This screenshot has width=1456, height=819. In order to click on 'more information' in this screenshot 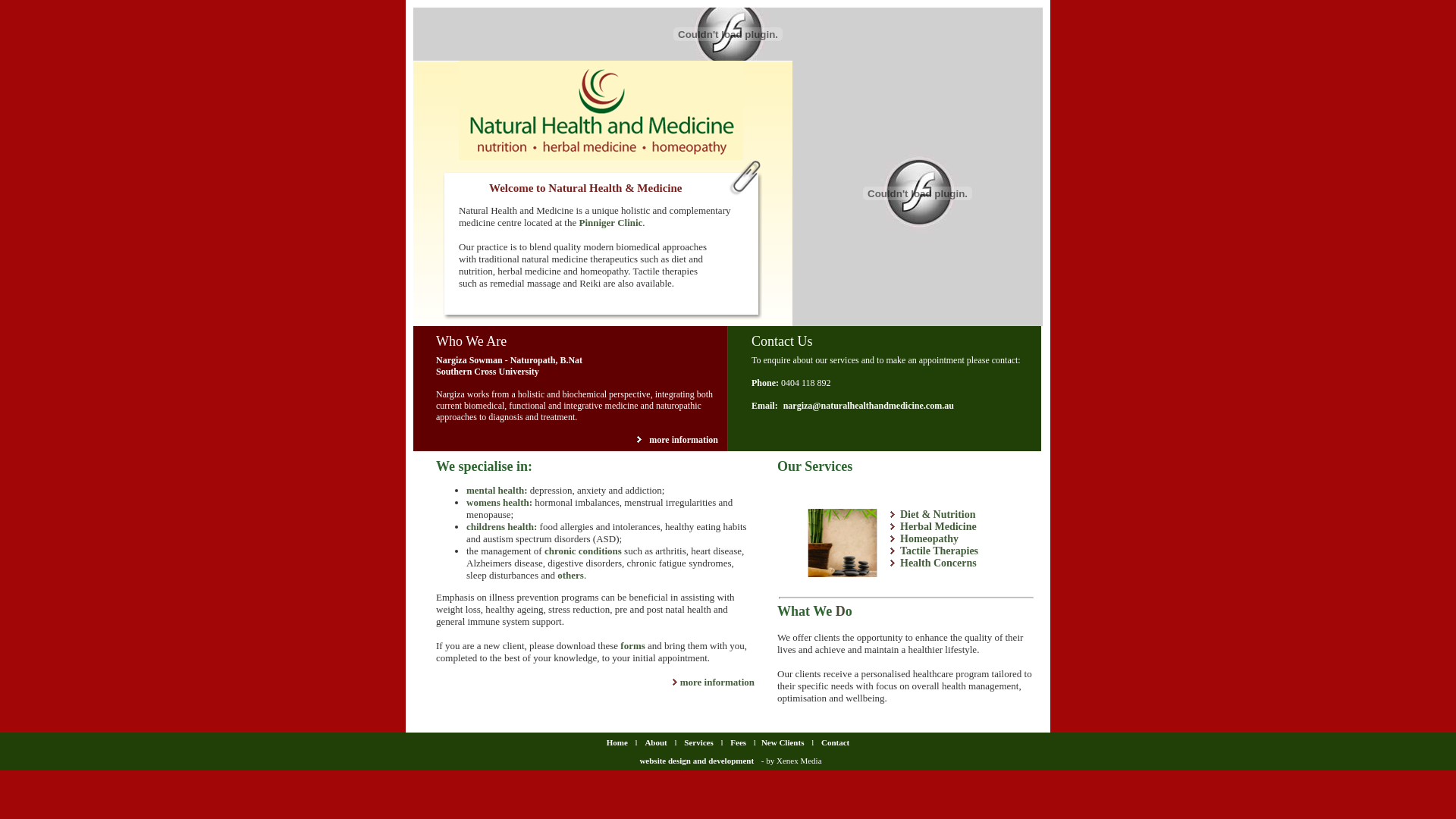, I will do `click(682, 439)`.